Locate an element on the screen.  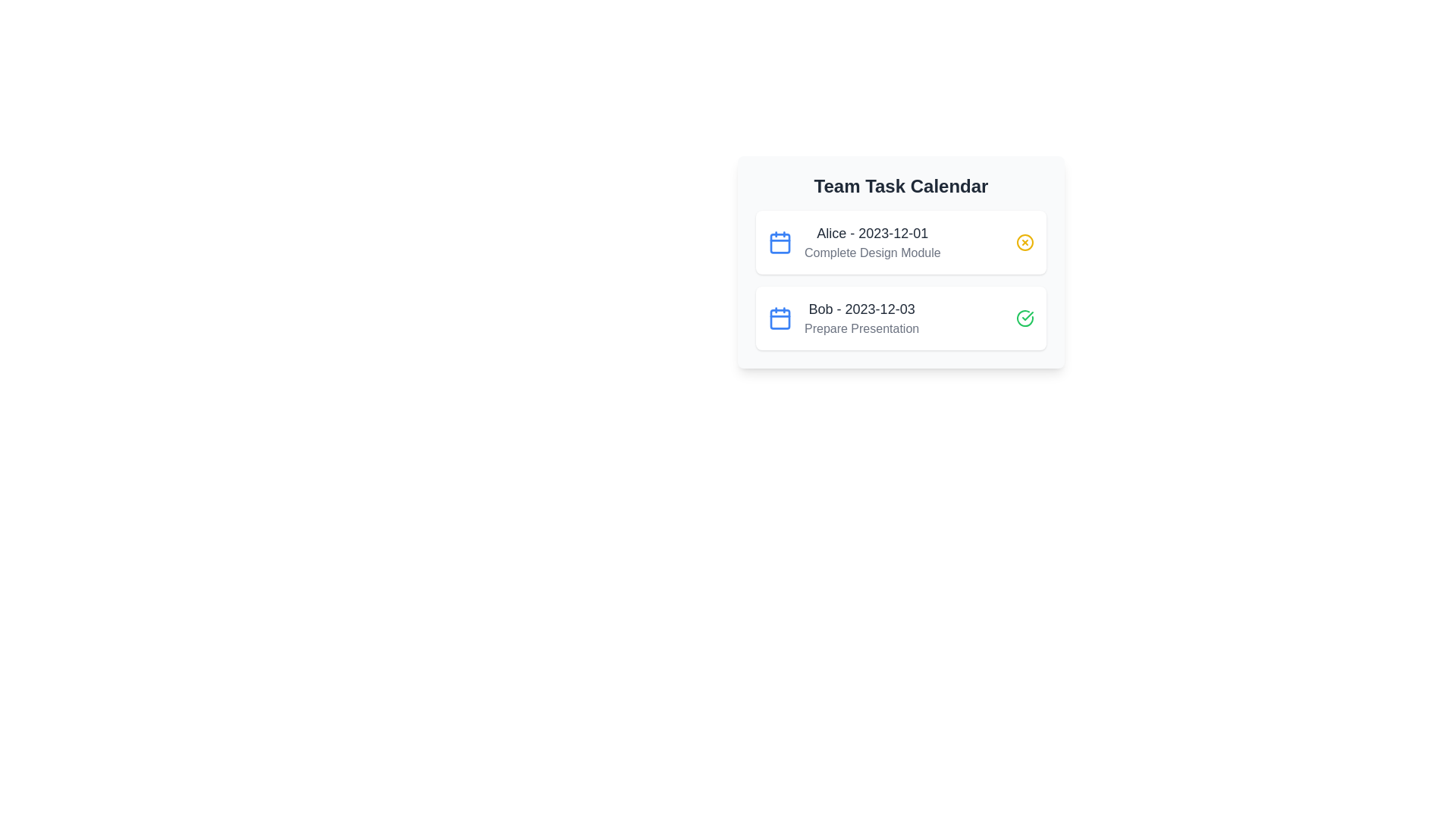
the task corresponding to Alice - 2023-12-01 to view its details is located at coordinates (901, 242).